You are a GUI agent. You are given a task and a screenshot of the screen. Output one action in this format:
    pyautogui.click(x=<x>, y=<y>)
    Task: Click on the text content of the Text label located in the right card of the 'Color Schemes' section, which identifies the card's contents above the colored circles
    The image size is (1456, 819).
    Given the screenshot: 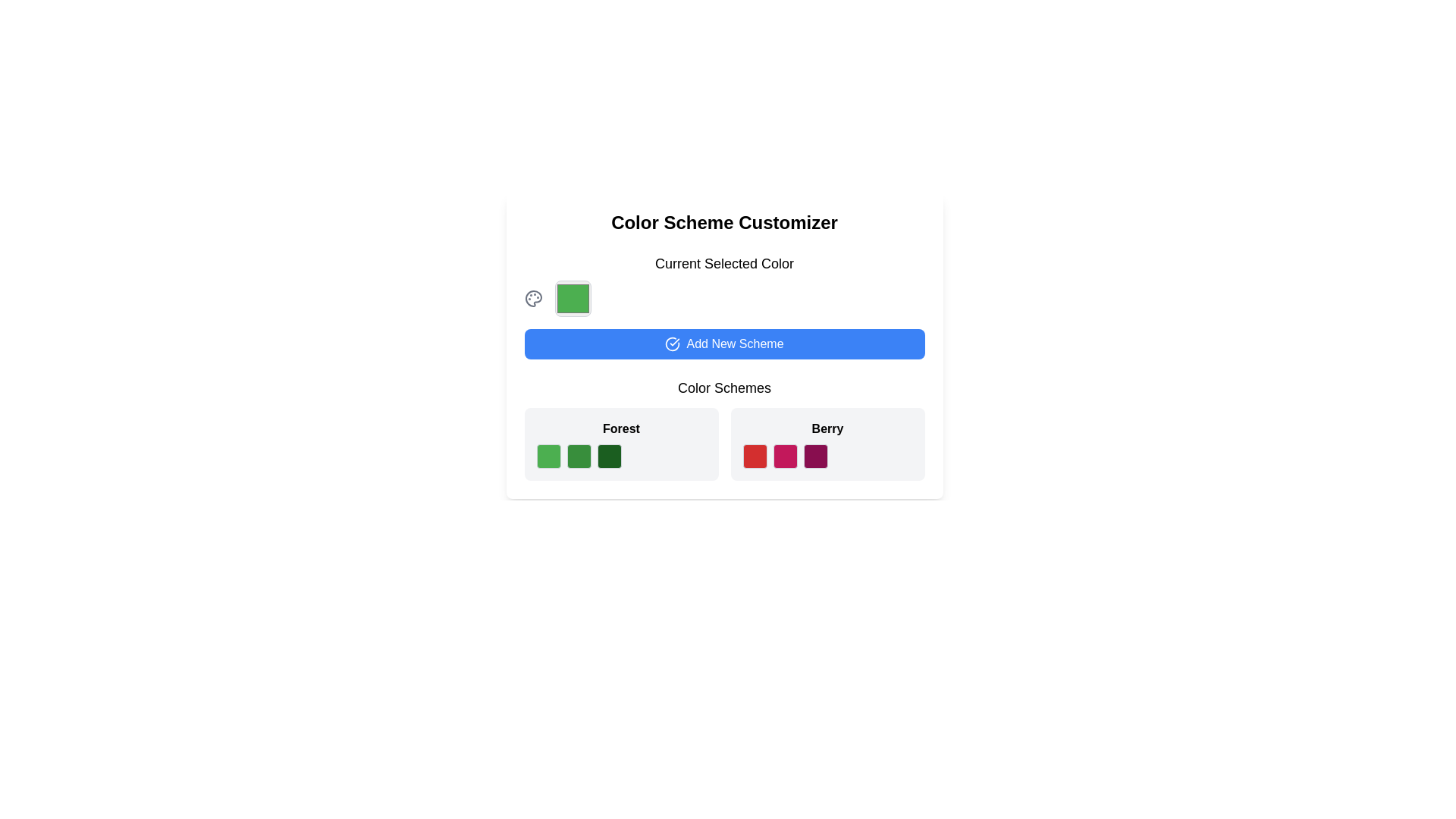 What is the action you would take?
    pyautogui.click(x=827, y=429)
    